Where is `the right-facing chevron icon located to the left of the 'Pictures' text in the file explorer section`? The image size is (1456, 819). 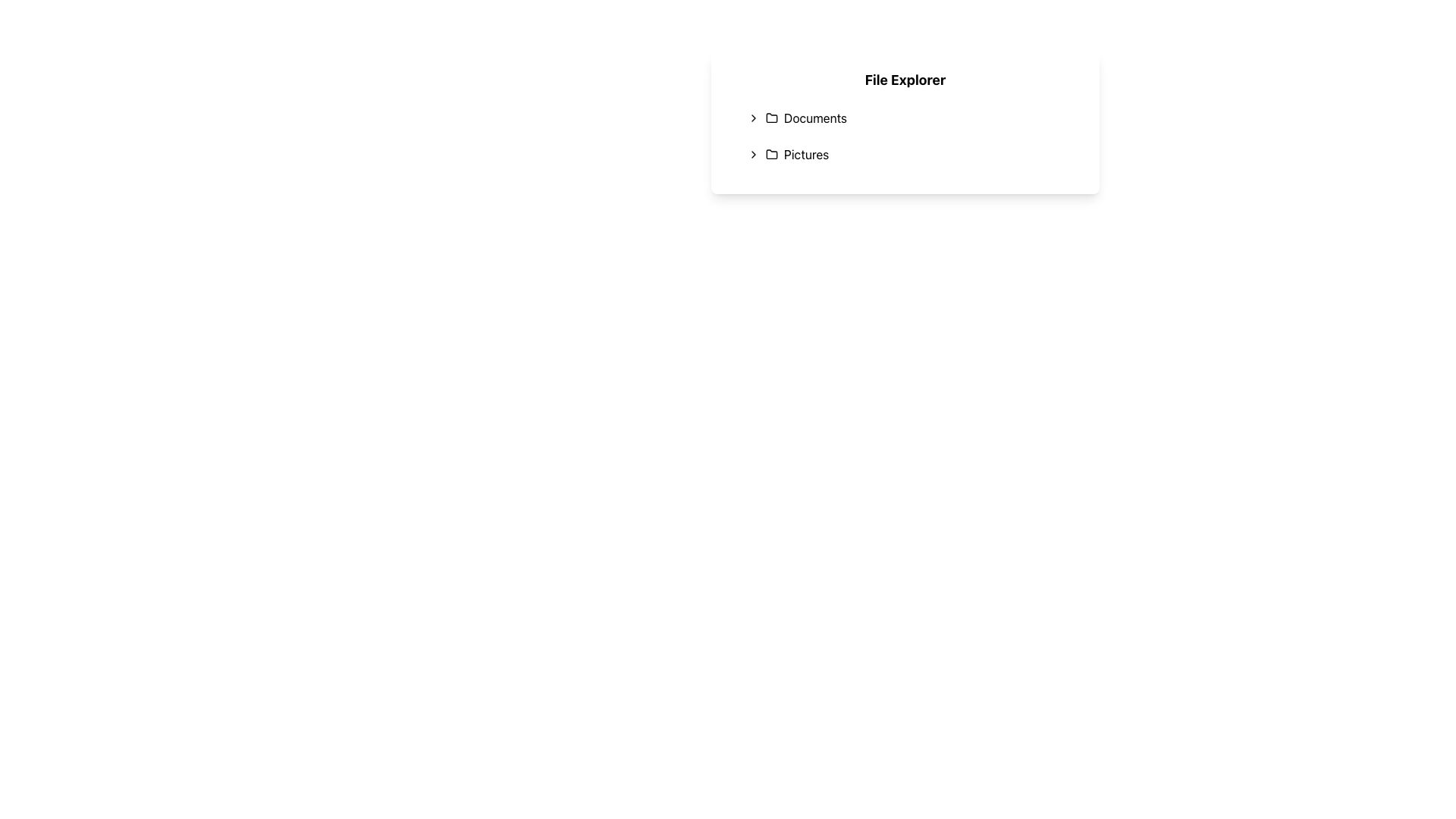 the right-facing chevron icon located to the left of the 'Pictures' text in the file explorer section is located at coordinates (753, 155).